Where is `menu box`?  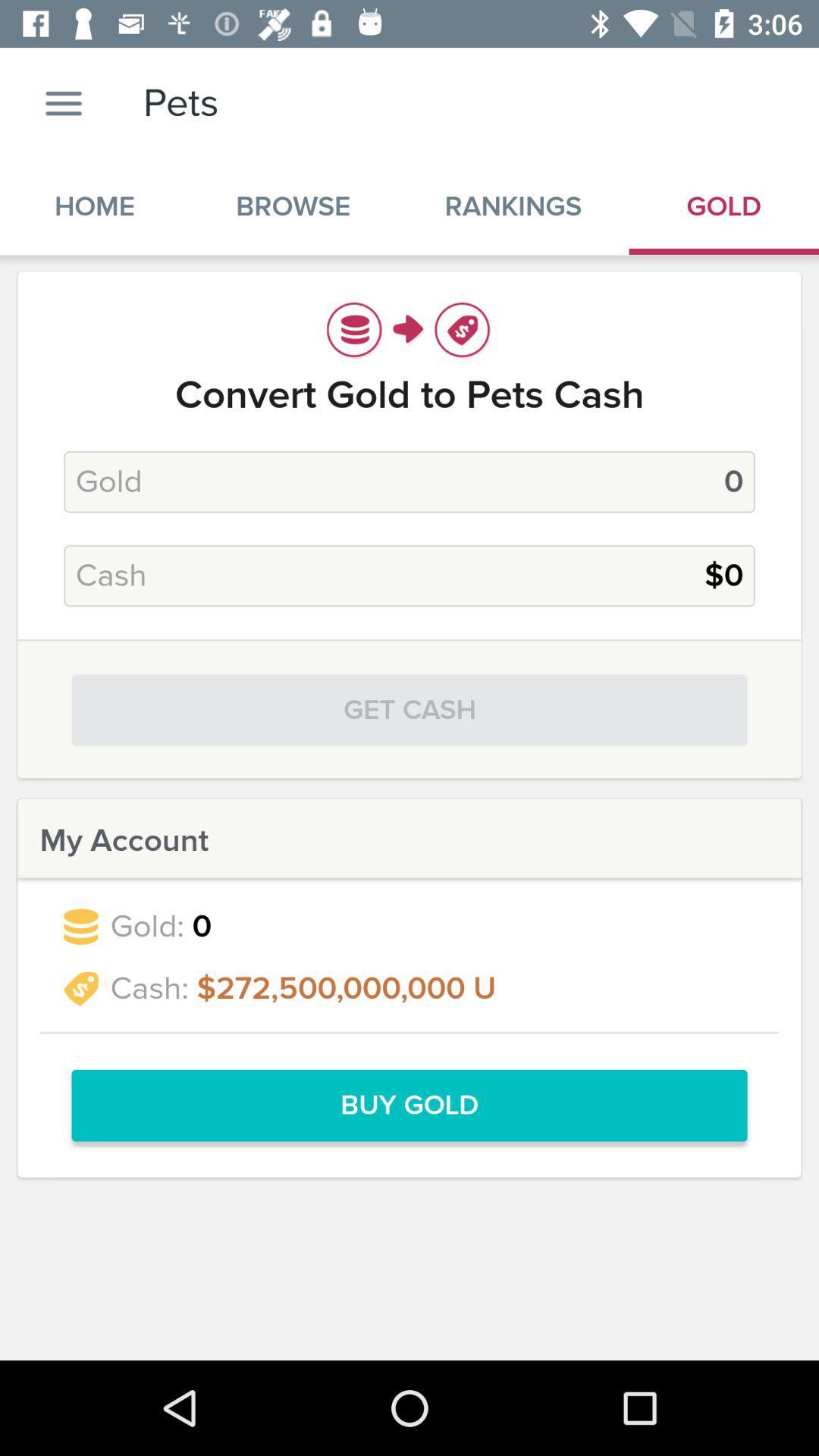
menu box is located at coordinates (63, 102).